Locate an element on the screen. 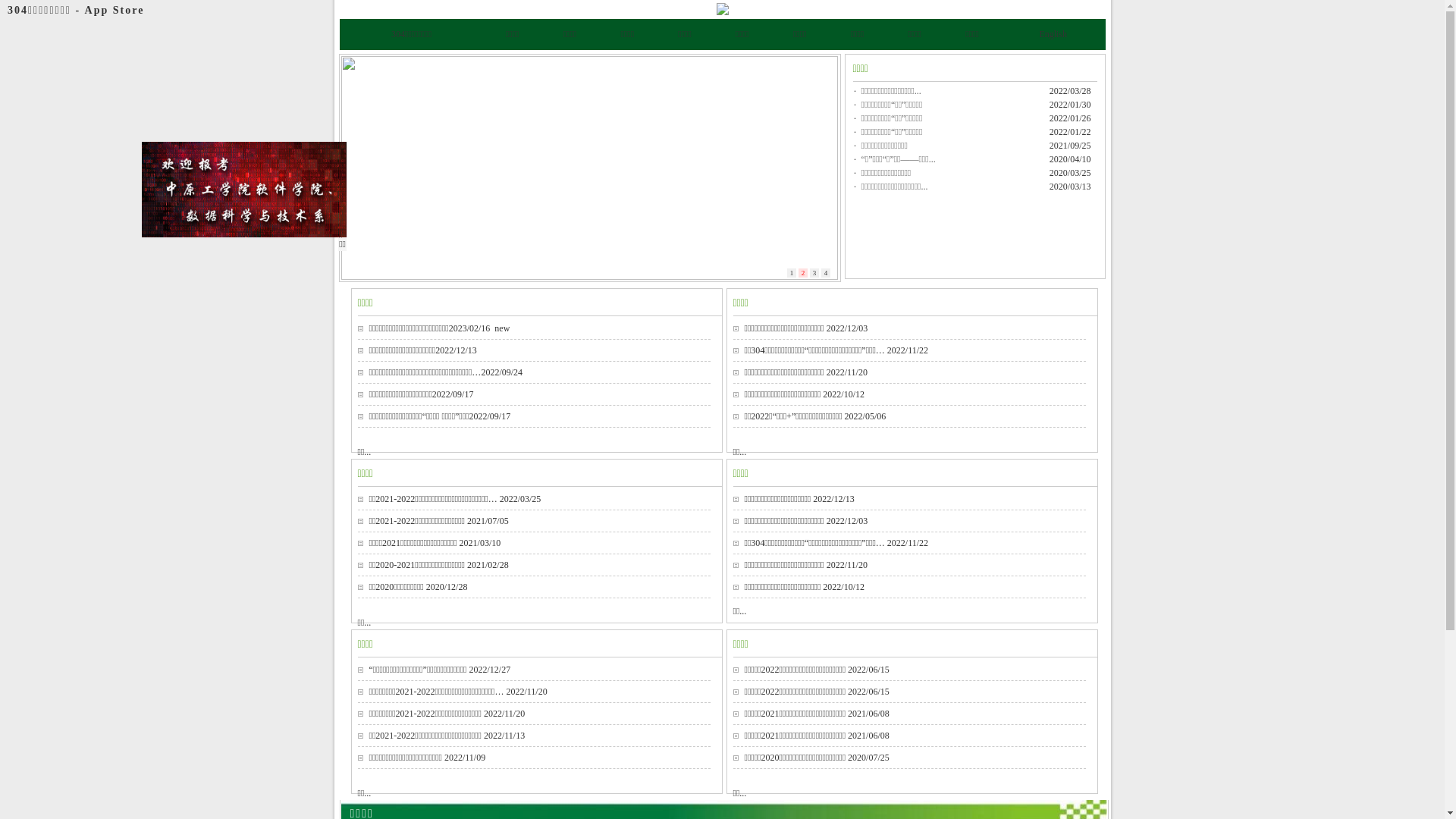 The image size is (1456, 819). ' English ' is located at coordinates (1052, 34).